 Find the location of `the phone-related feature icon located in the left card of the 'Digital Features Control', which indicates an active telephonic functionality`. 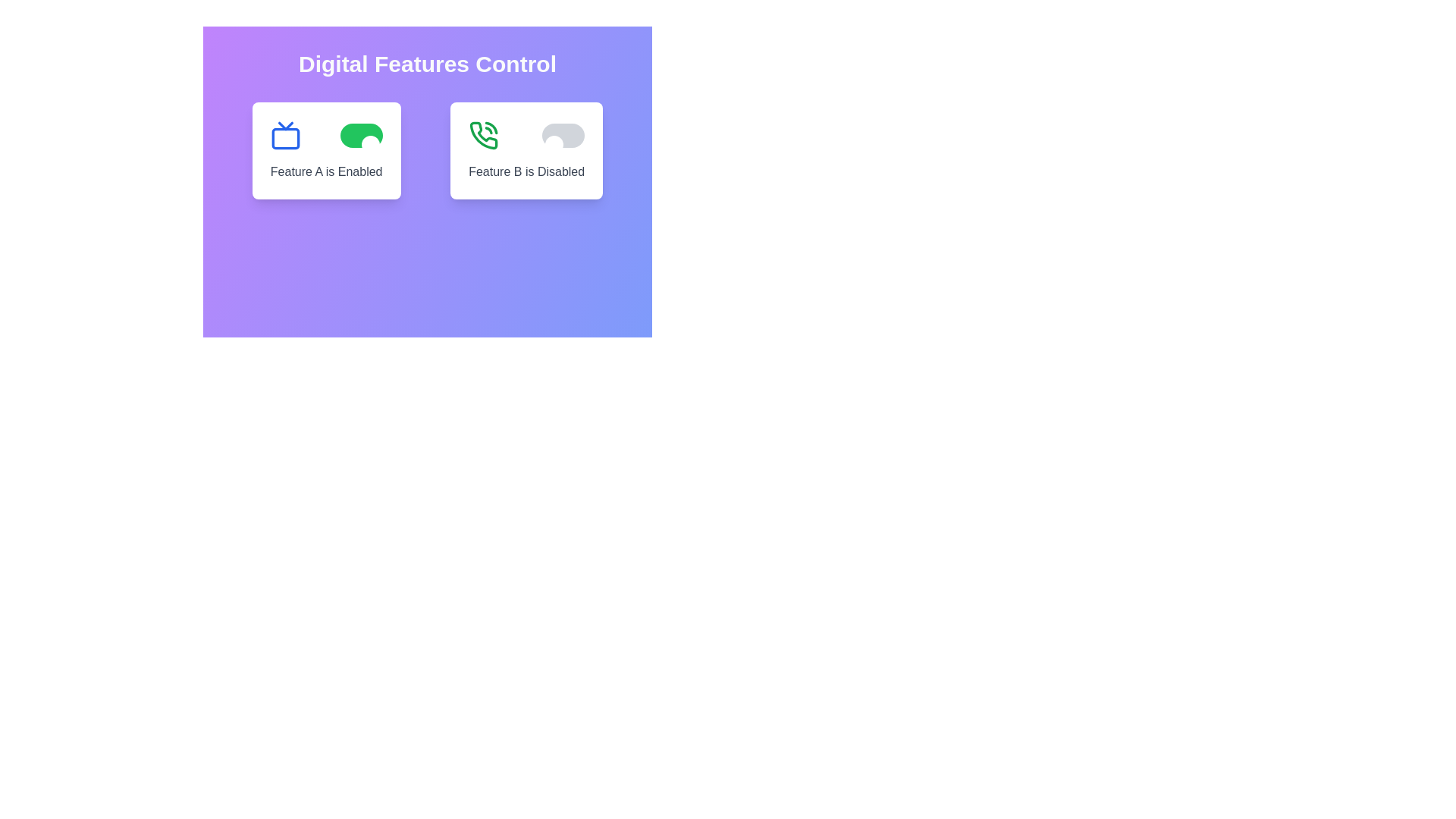

the phone-related feature icon located in the left card of the 'Digital Features Control', which indicates an active telephonic functionality is located at coordinates (483, 134).